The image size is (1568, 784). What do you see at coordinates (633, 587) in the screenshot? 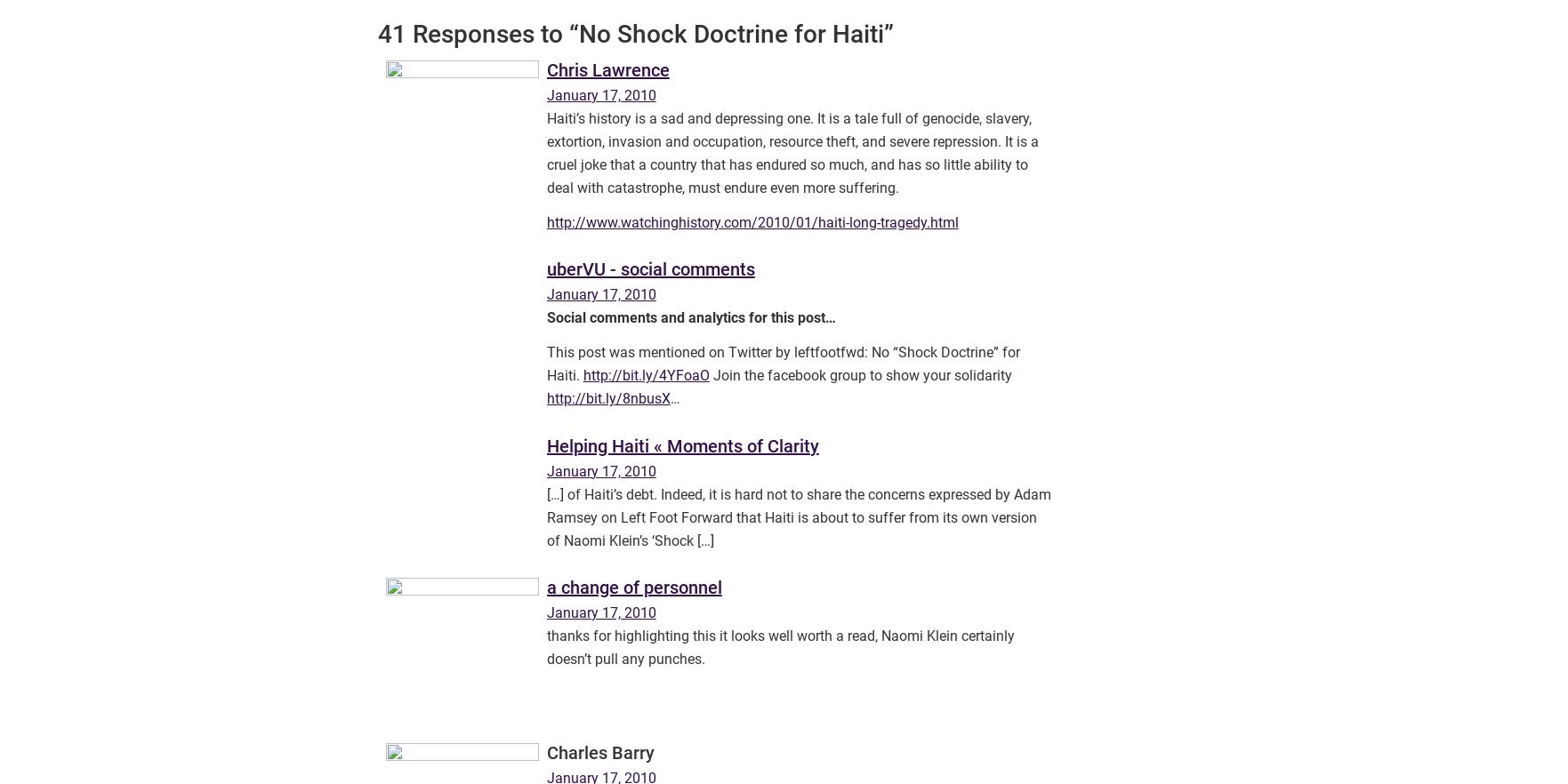
I see `'a change of personnel'` at bounding box center [633, 587].